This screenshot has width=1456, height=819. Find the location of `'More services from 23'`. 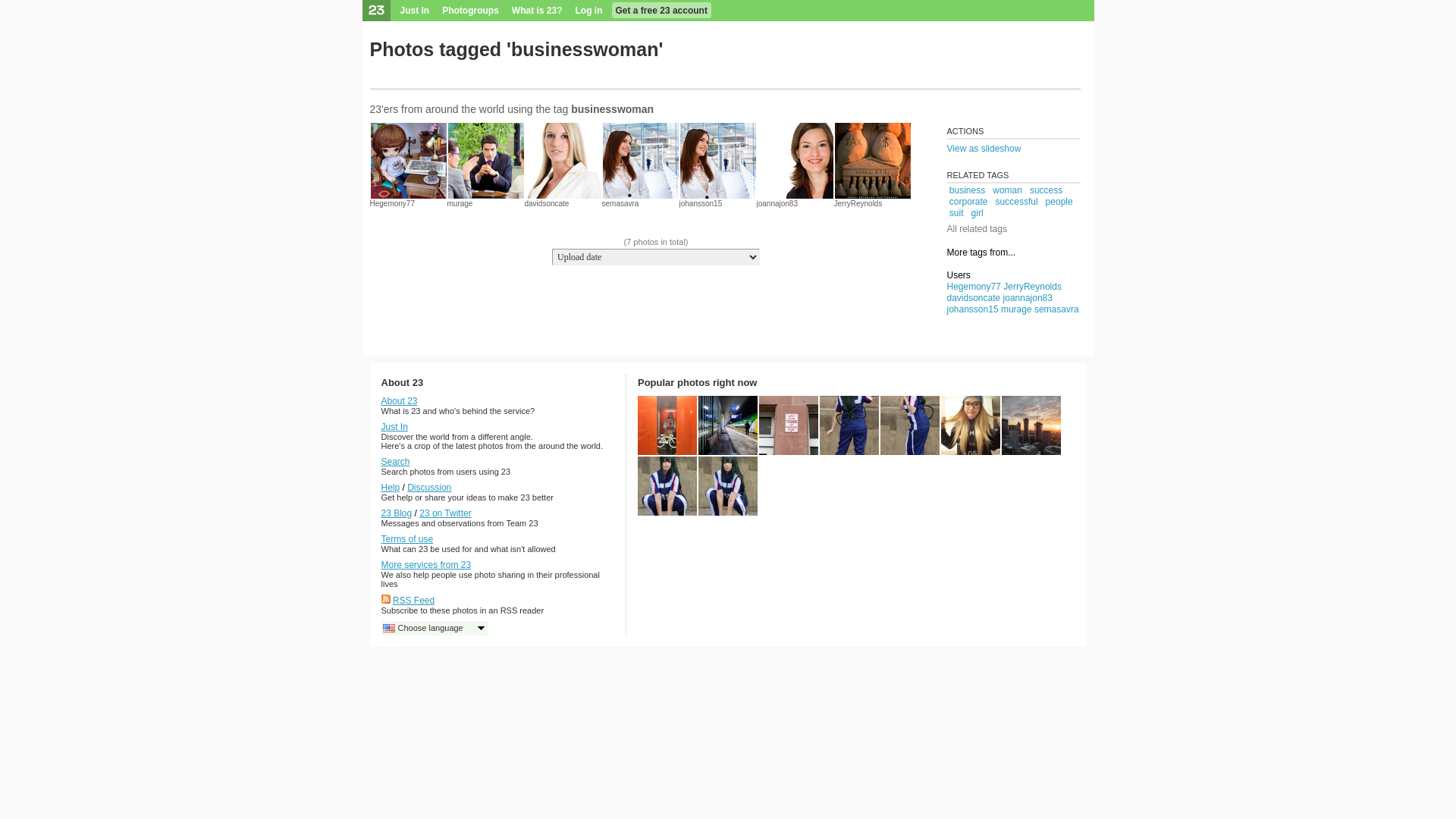

'More services from 23' is located at coordinates (381, 564).